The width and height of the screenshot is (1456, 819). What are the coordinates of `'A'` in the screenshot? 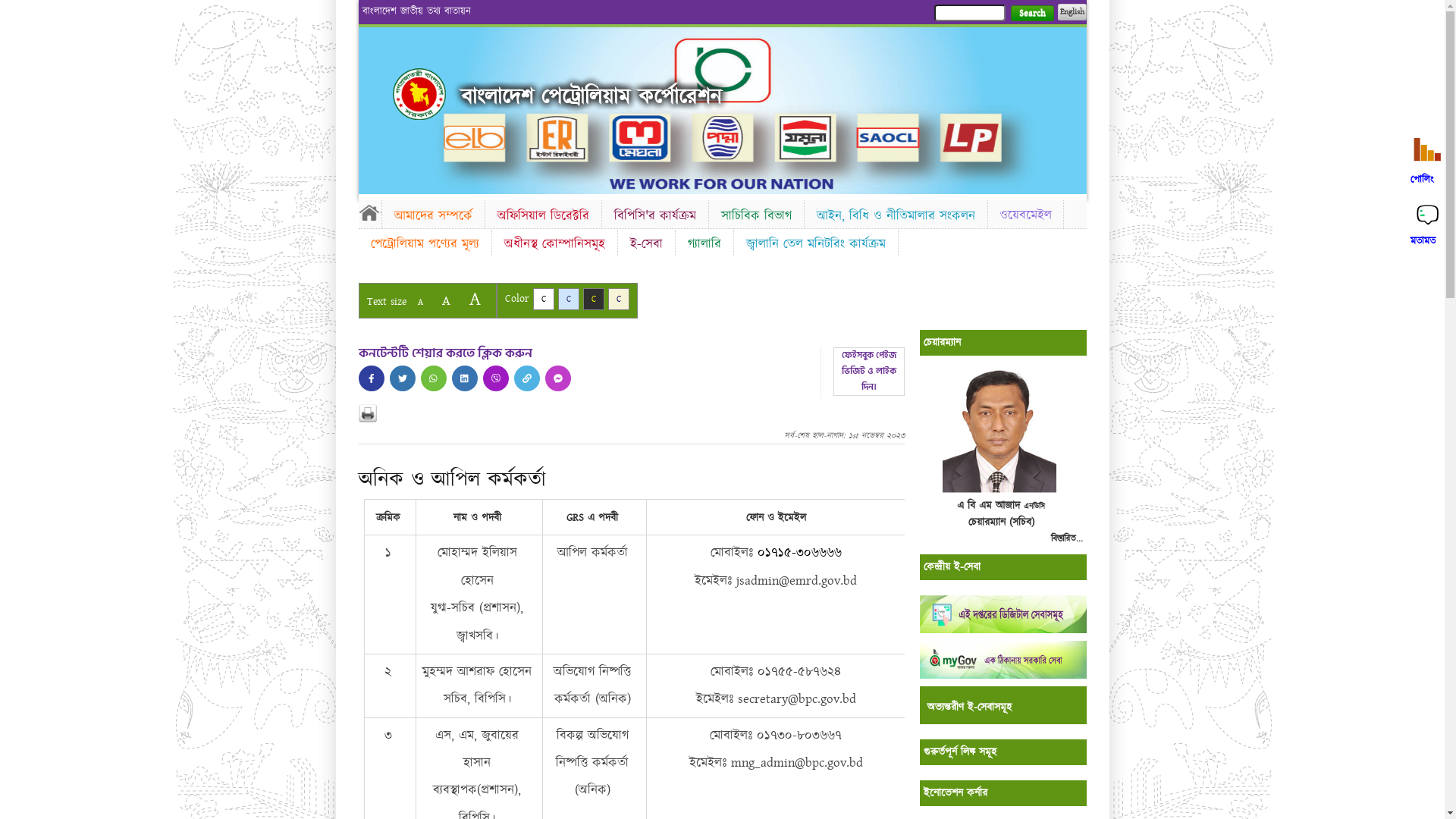 It's located at (409, 302).